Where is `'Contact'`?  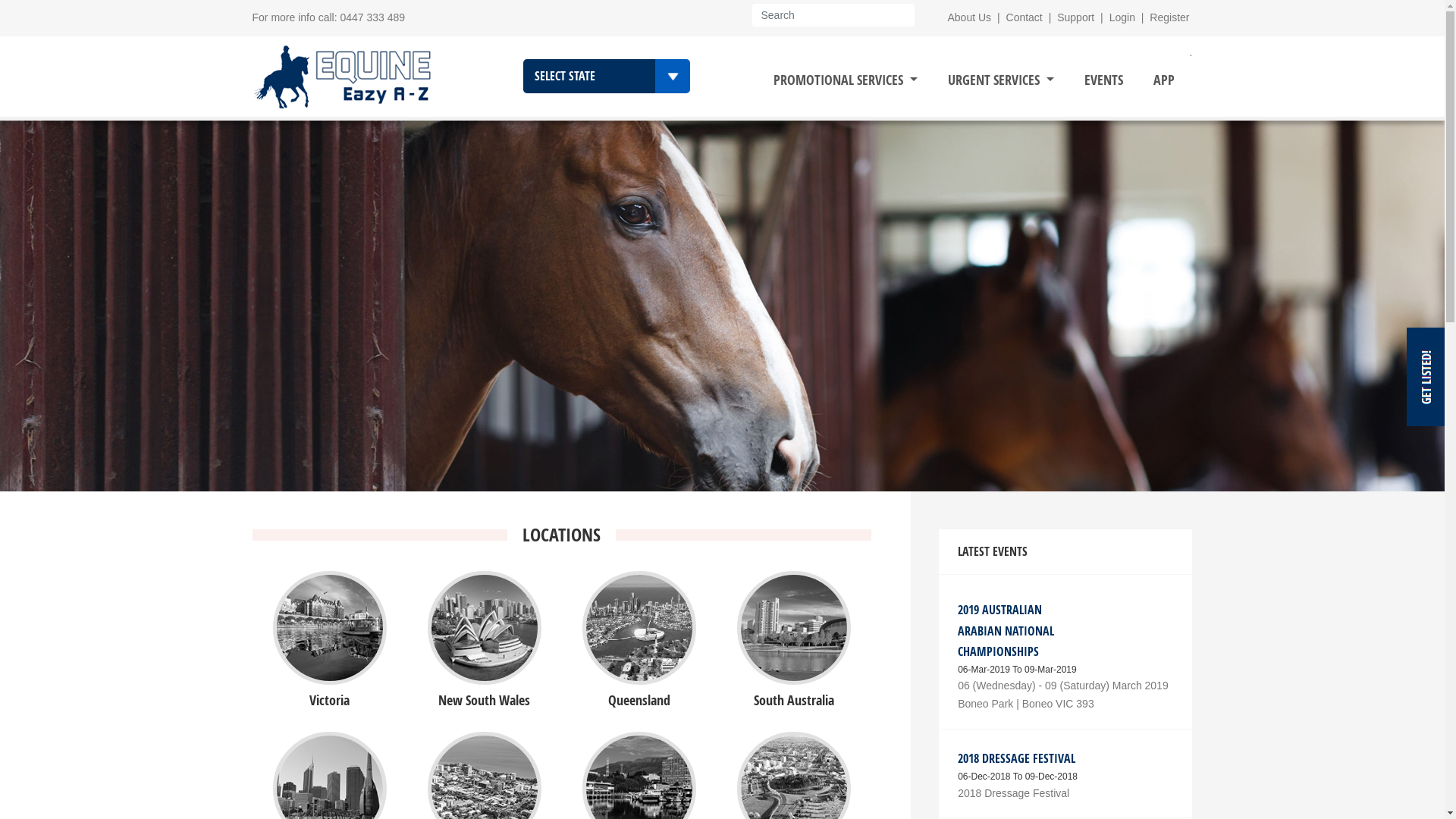
'Contact' is located at coordinates (1024, 17).